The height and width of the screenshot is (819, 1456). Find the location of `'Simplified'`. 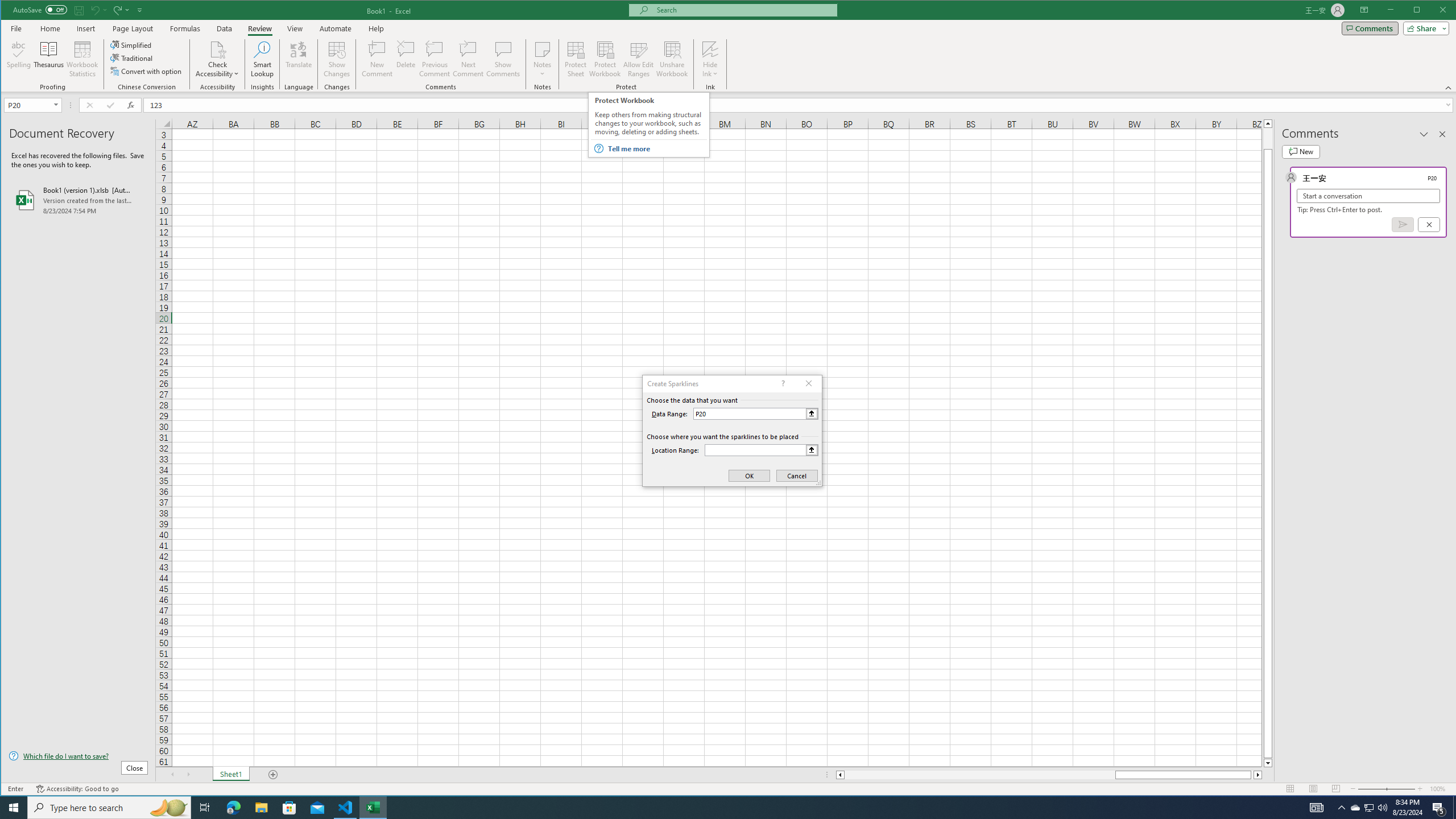

'Simplified' is located at coordinates (132, 44).